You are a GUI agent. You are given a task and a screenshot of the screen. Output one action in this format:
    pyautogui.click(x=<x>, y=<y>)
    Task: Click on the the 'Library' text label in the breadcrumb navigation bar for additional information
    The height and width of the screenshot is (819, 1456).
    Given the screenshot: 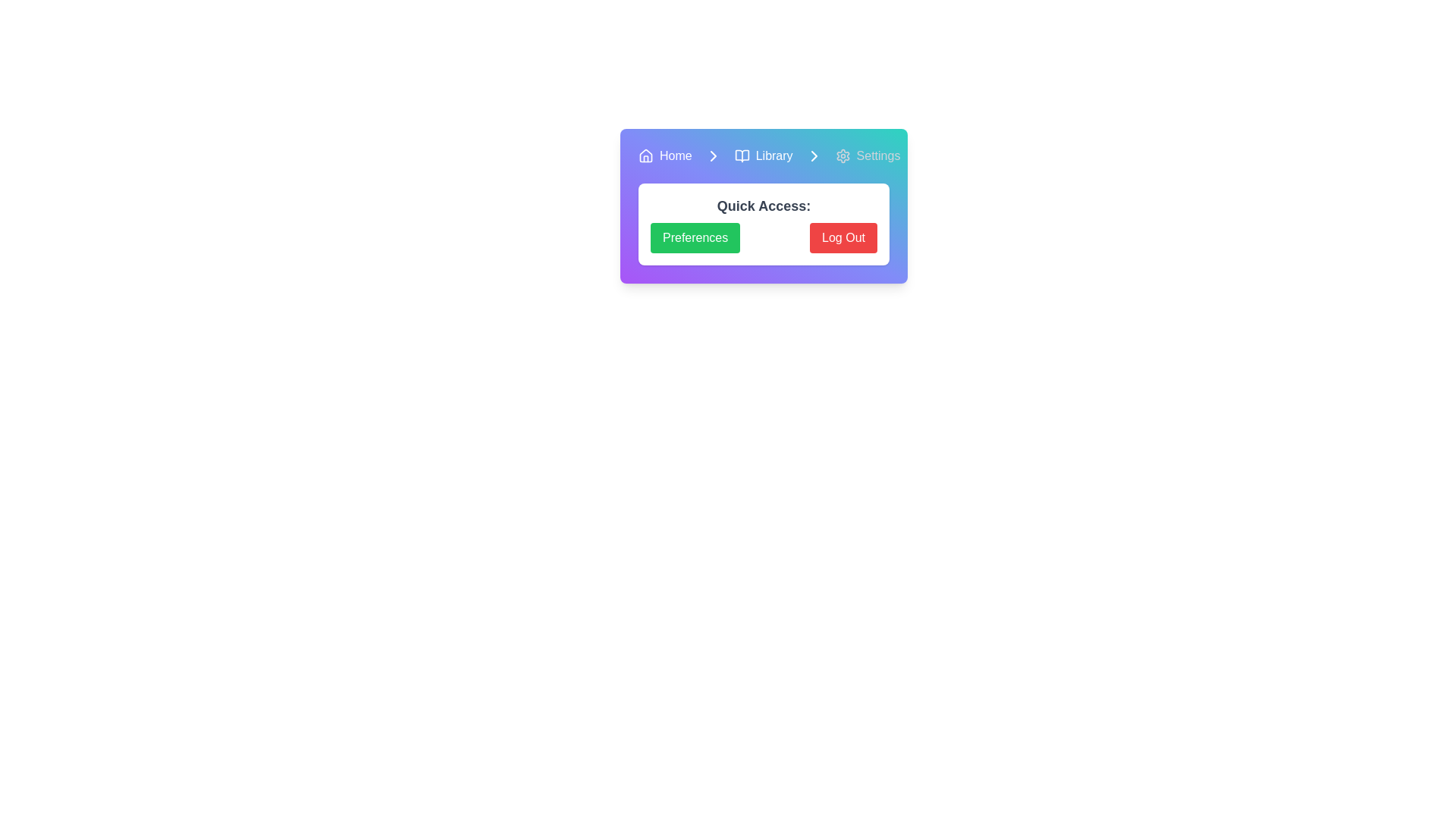 What is the action you would take?
    pyautogui.click(x=774, y=155)
    